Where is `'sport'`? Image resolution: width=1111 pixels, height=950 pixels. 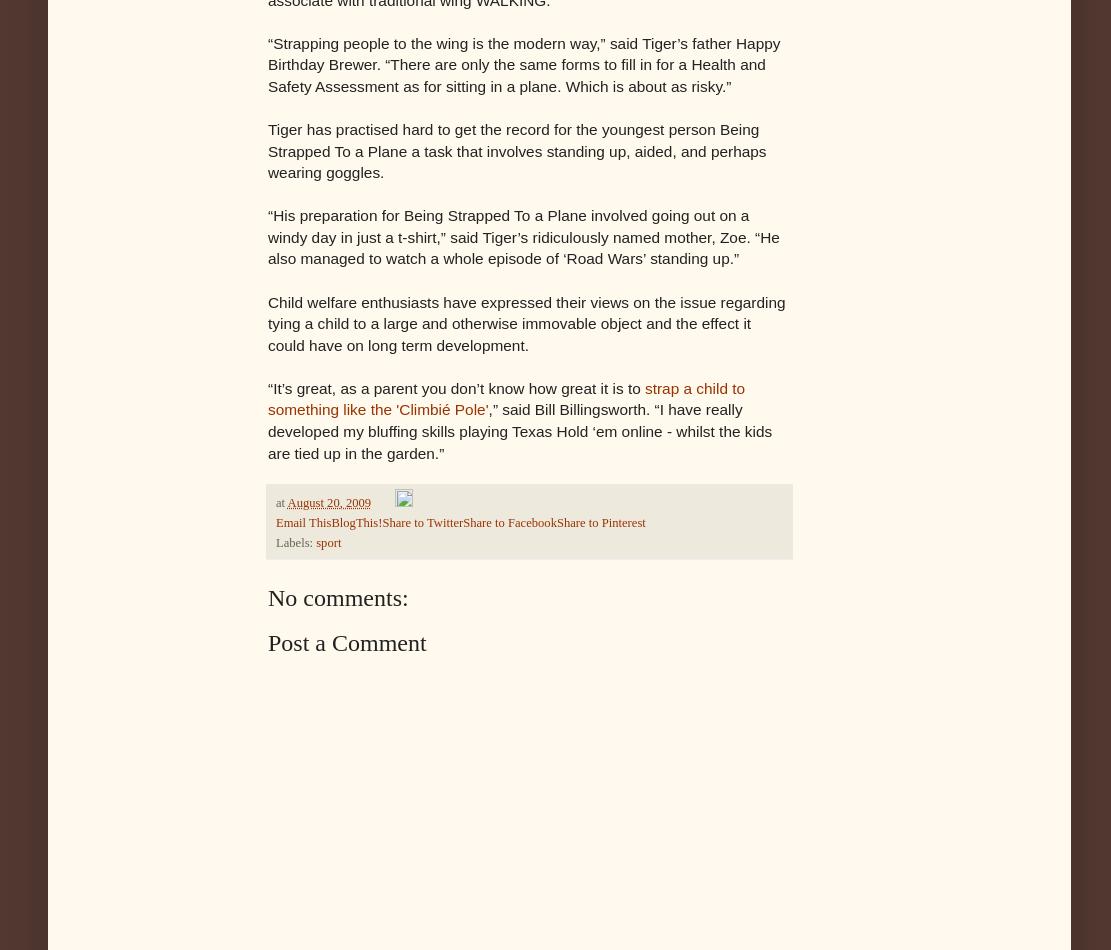
'sport' is located at coordinates (327, 543).